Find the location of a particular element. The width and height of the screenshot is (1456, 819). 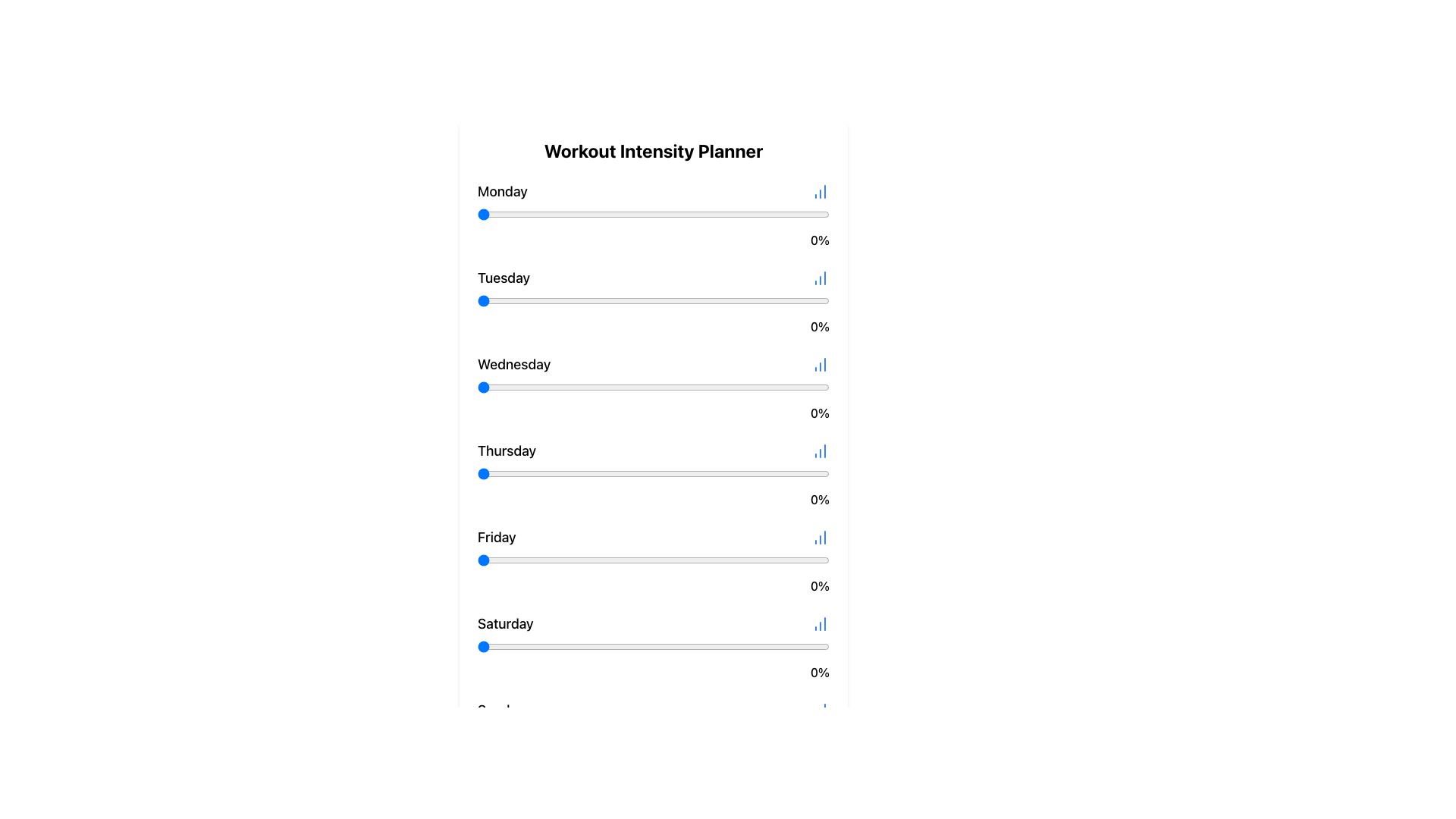

Monday's intensity is located at coordinates (780, 214).